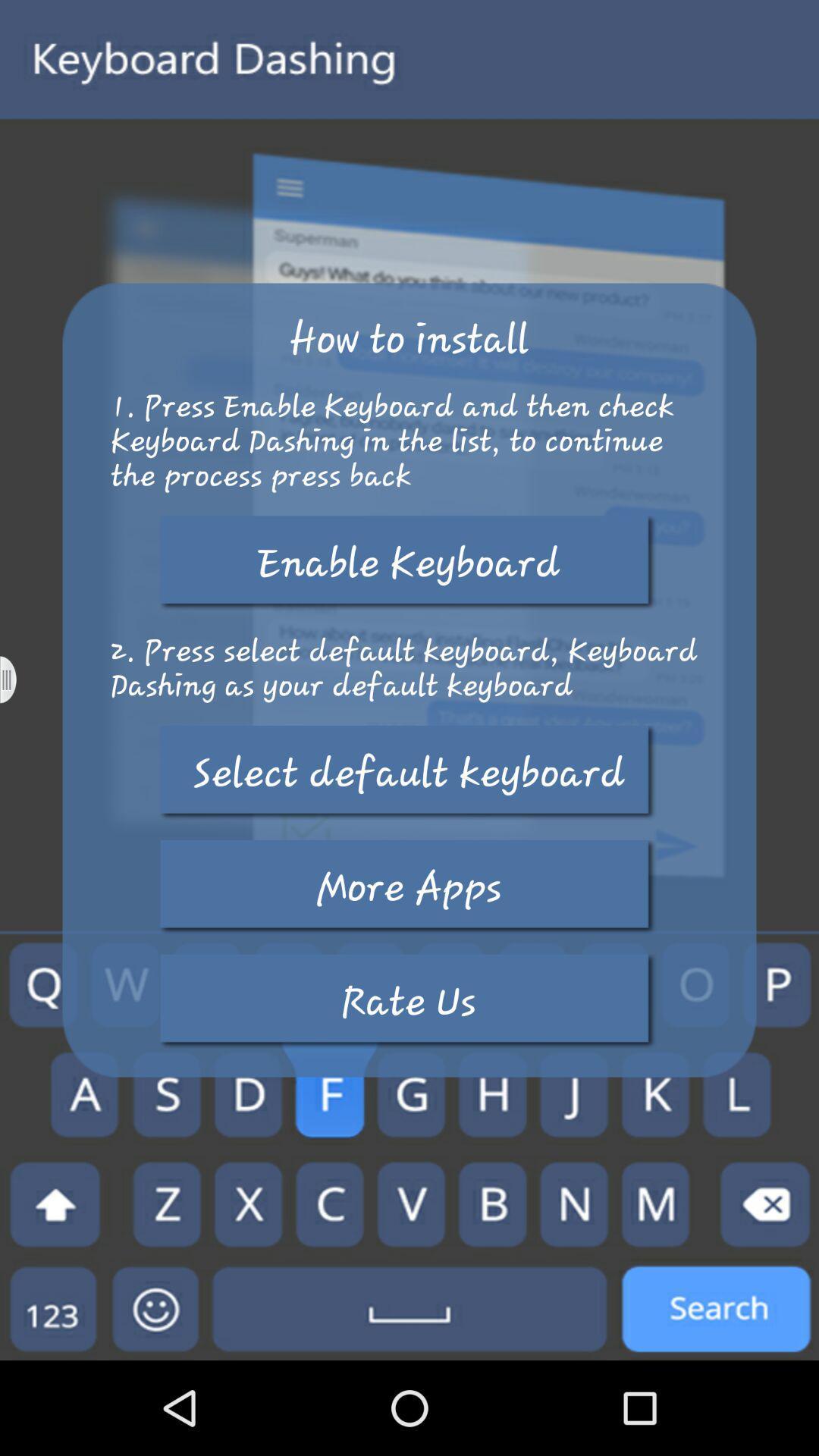 Image resolution: width=819 pixels, height=1456 pixels. I want to click on item on the left, so click(17, 679).